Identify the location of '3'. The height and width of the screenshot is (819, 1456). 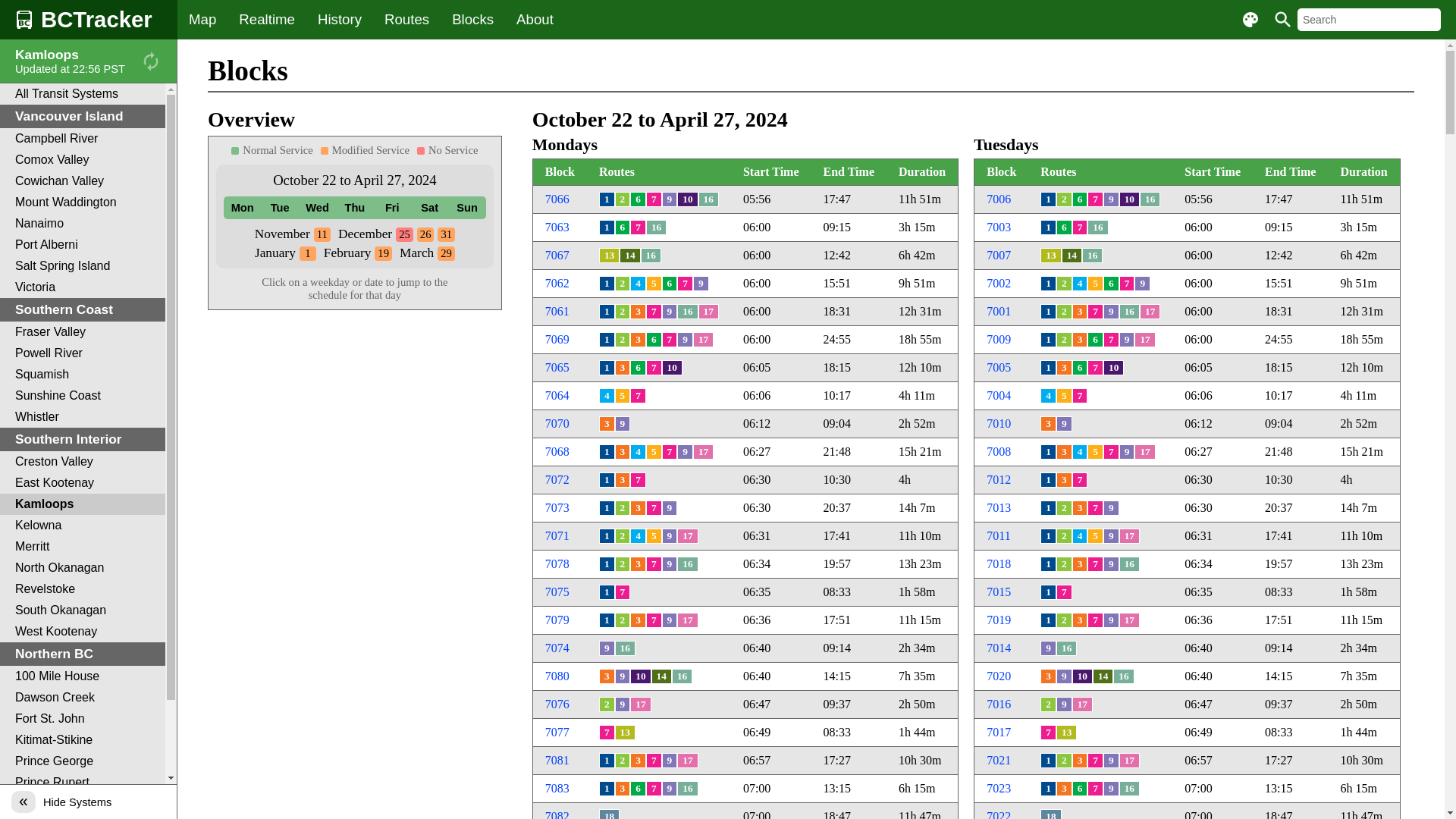
(1079, 760).